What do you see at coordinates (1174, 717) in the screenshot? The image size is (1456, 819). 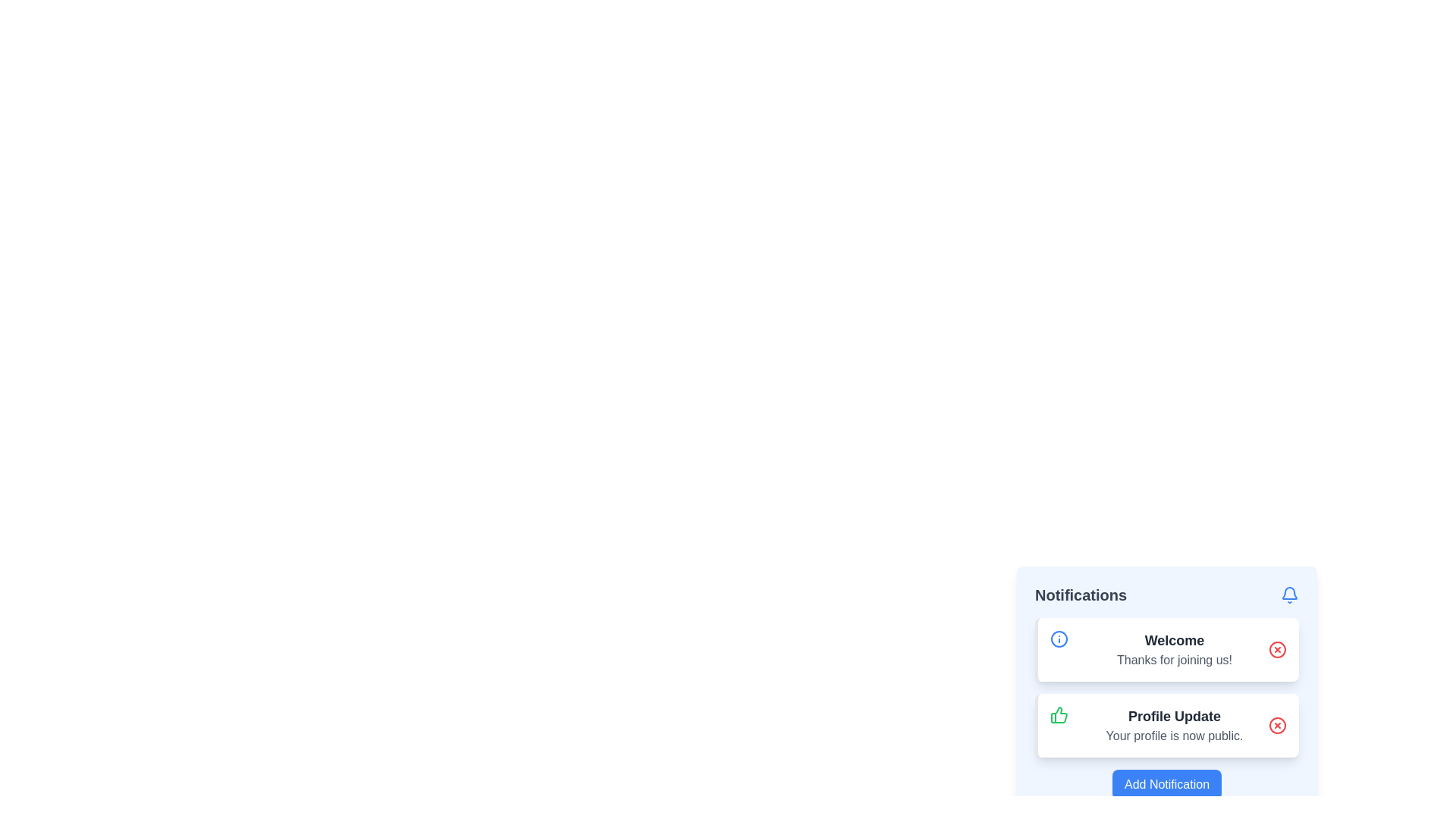 I see `the title text of the second notification block in the 'Notifications' panel, which is positioned directly above the subtext 'Your profile is now public.'` at bounding box center [1174, 717].